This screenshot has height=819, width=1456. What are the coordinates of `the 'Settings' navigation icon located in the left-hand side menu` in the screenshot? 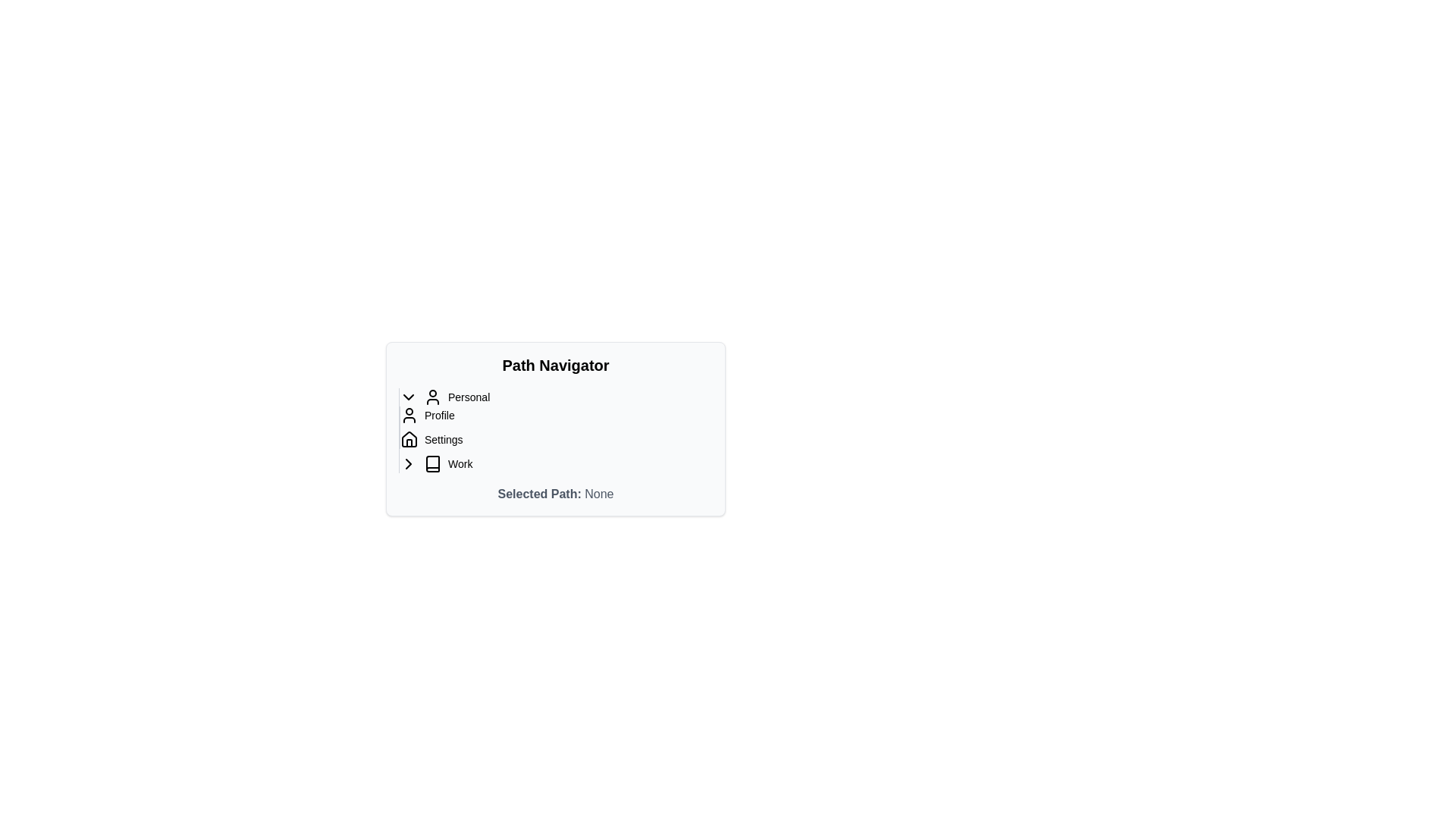 It's located at (409, 438).